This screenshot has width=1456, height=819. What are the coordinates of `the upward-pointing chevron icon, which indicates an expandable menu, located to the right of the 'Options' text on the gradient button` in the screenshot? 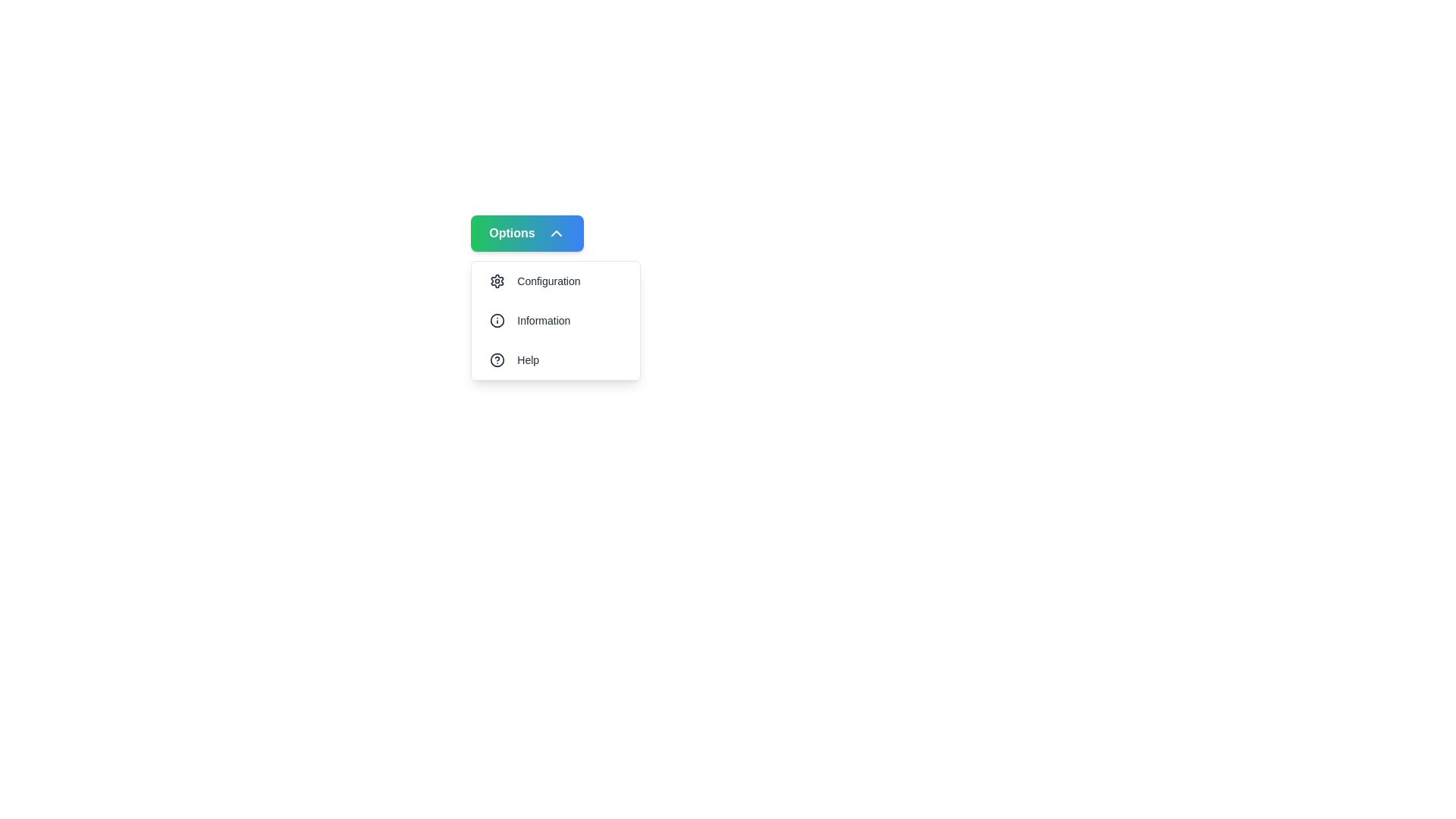 It's located at (555, 234).